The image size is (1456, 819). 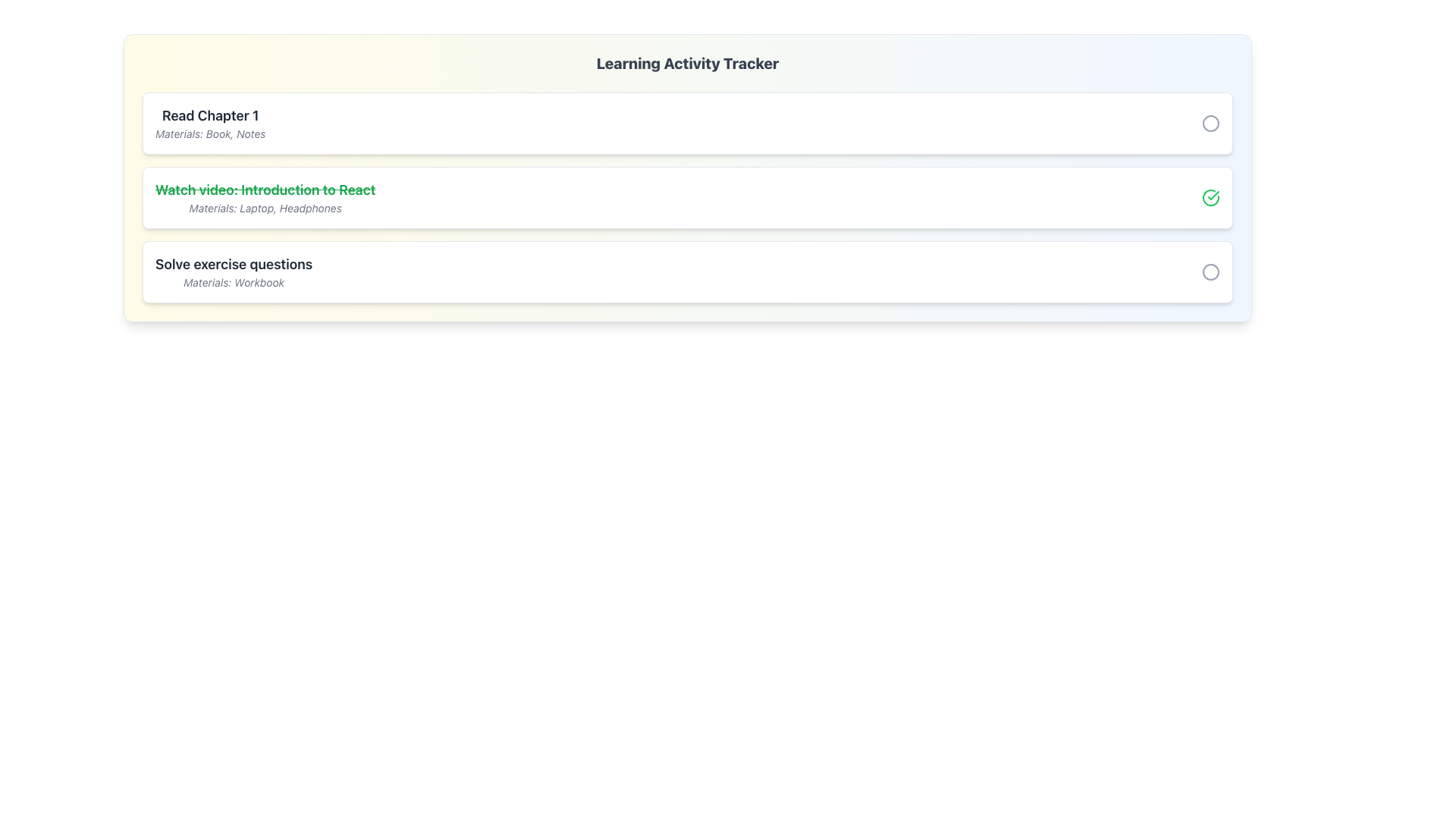 What do you see at coordinates (265, 197) in the screenshot?
I see `the interactive portions of the Text Block displaying 'Watch video: Introduction to React' which is styled with green color and bold text` at bounding box center [265, 197].